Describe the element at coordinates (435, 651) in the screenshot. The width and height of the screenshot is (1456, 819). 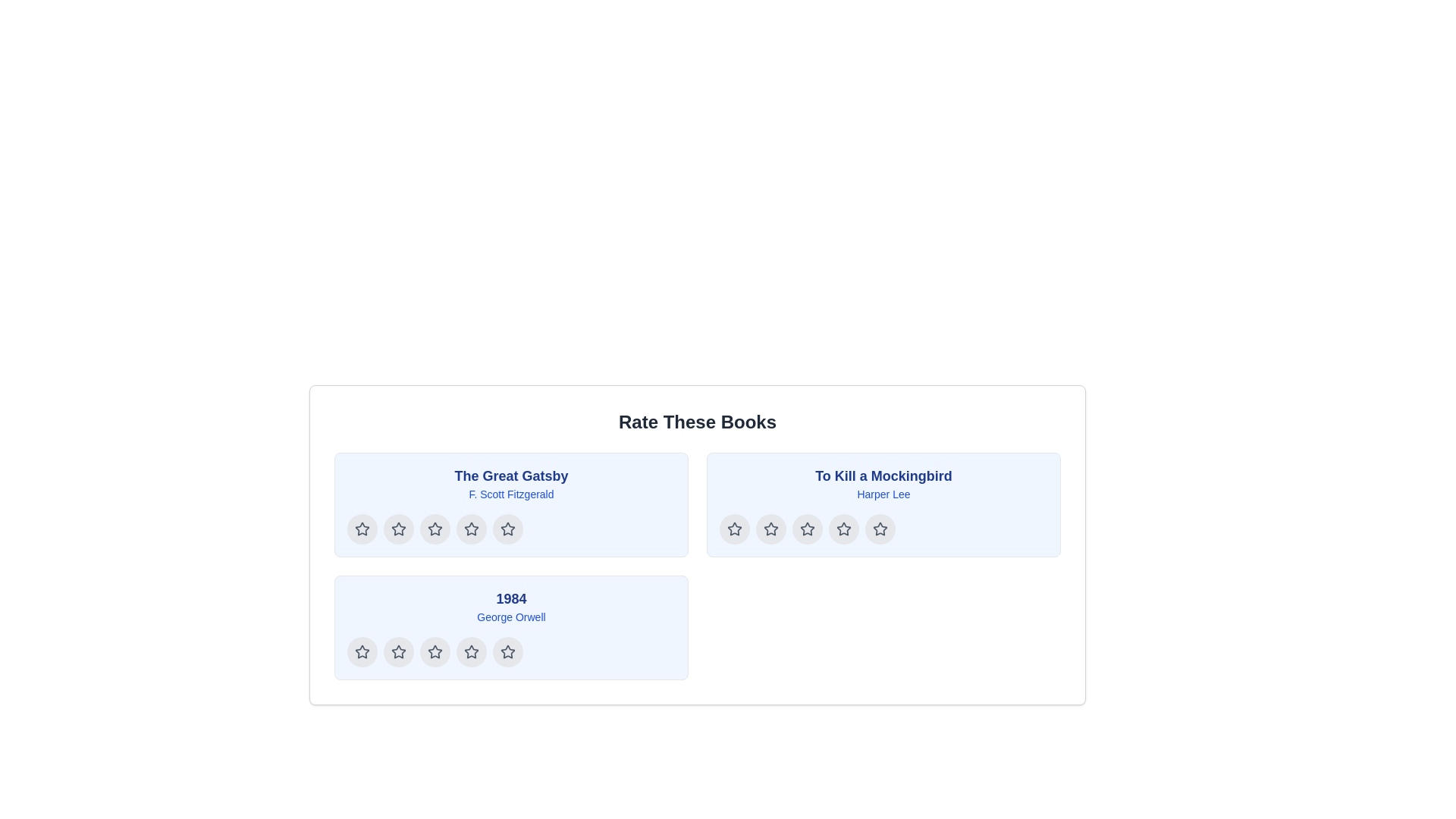
I see `the second star-shaped icon in the rating interface for '1984' by George Orwell` at that location.